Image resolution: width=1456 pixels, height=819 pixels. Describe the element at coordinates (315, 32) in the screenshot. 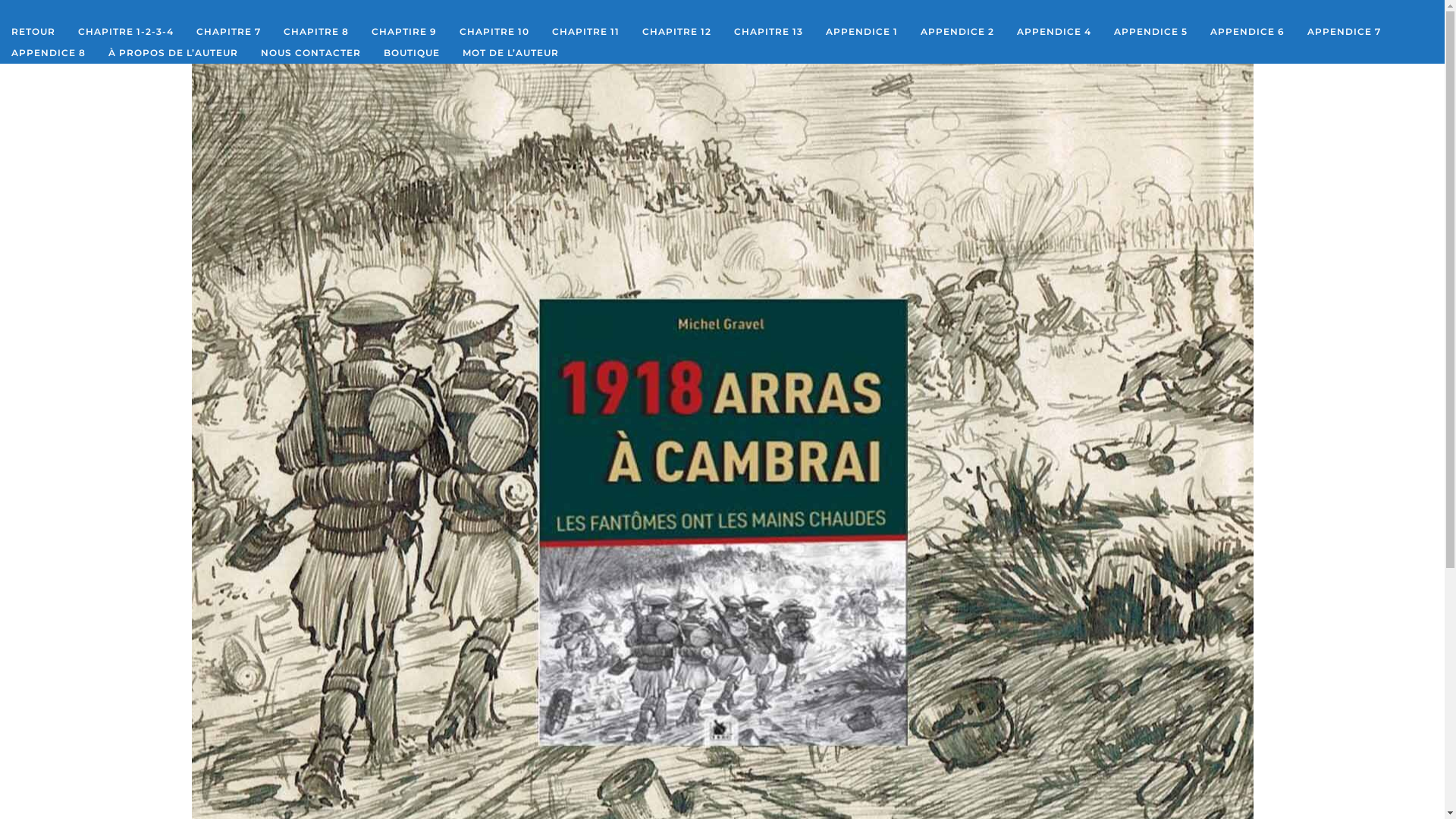

I see `'CHAPITRE 8'` at that location.